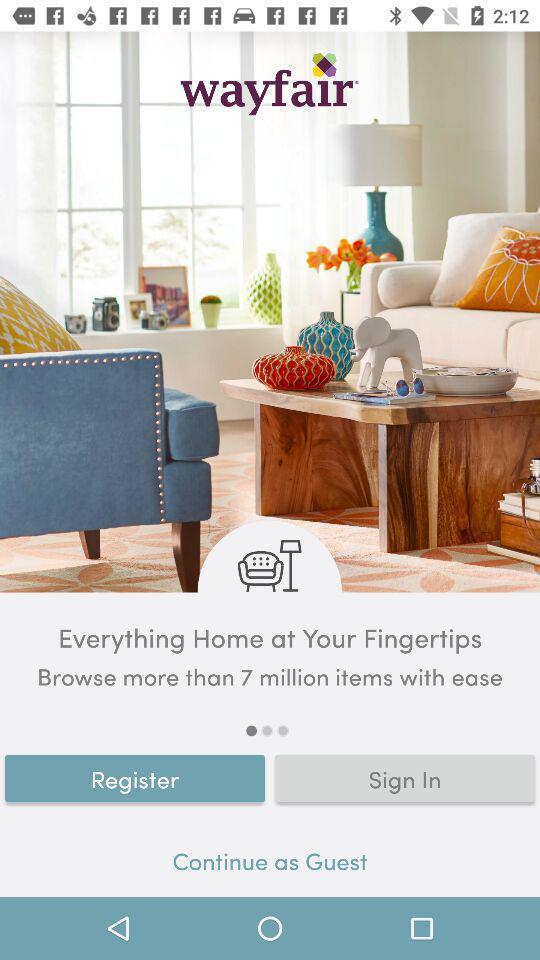 This screenshot has height=960, width=540. Describe the element at coordinates (135, 777) in the screenshot. I see `the item next to the sign in item` at that location.